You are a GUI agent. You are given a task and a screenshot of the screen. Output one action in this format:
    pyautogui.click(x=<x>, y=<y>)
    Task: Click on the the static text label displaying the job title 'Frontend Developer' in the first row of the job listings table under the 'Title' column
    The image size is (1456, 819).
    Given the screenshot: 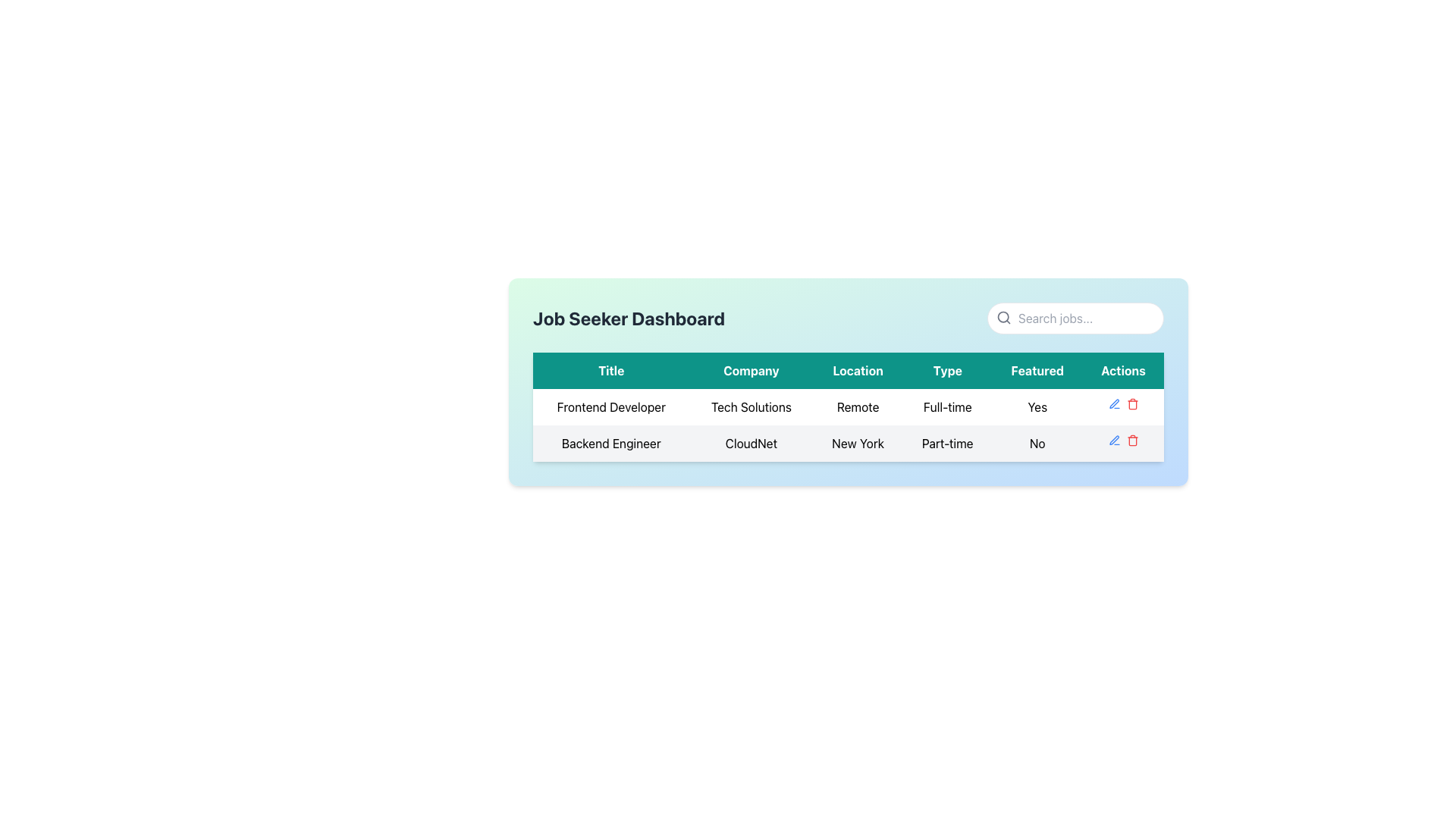 What is the action you would take?
    pyautogui.click(x=611, y=406)
    